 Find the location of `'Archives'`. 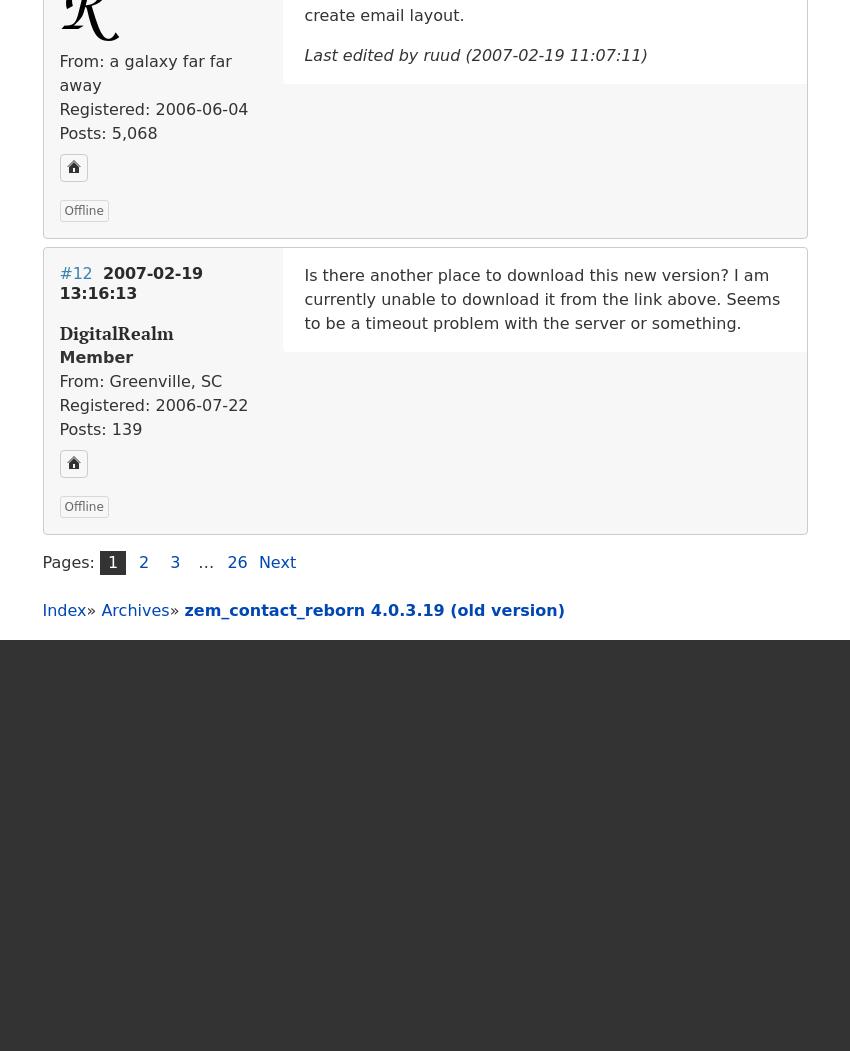

'Archives' is located at coordinates (134, 608).